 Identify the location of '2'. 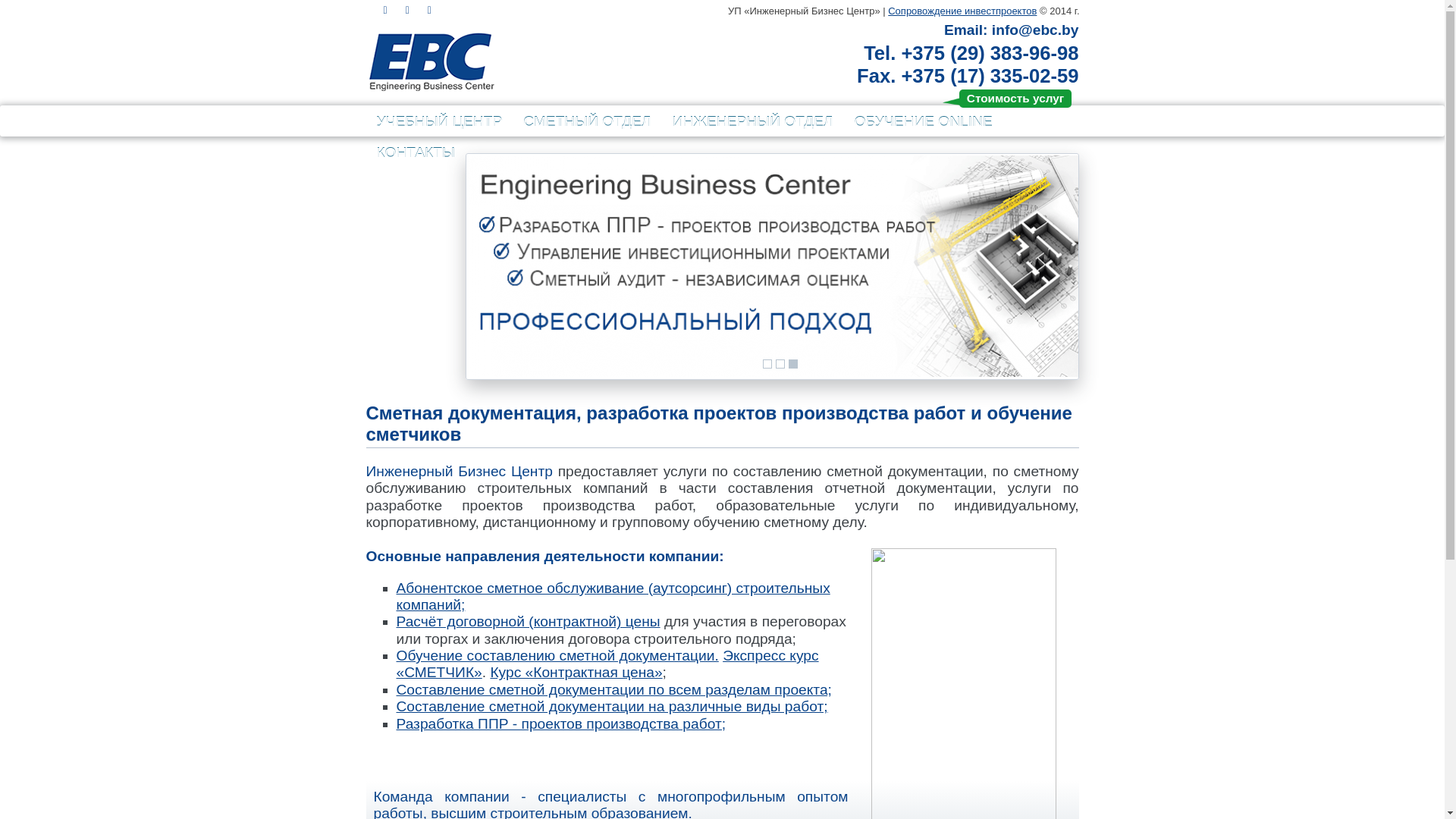
(780, 363).